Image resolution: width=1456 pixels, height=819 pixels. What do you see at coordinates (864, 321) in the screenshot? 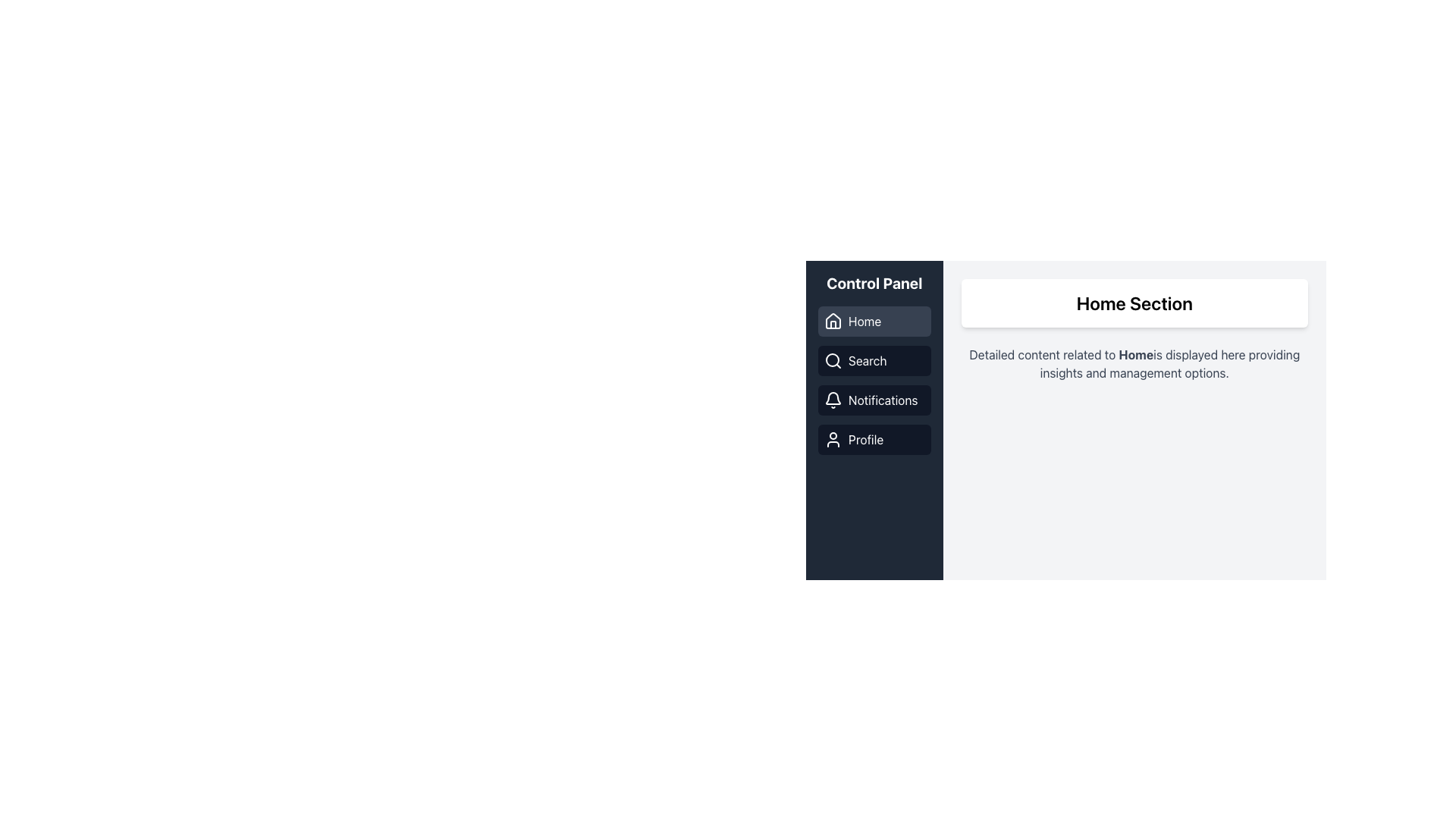
I see `the 'Home' text label in the vertical navigation sidebar, which displays white text on a dark gray background and is positioned next to a house-shaped icon` at bounding box center [864, 321].